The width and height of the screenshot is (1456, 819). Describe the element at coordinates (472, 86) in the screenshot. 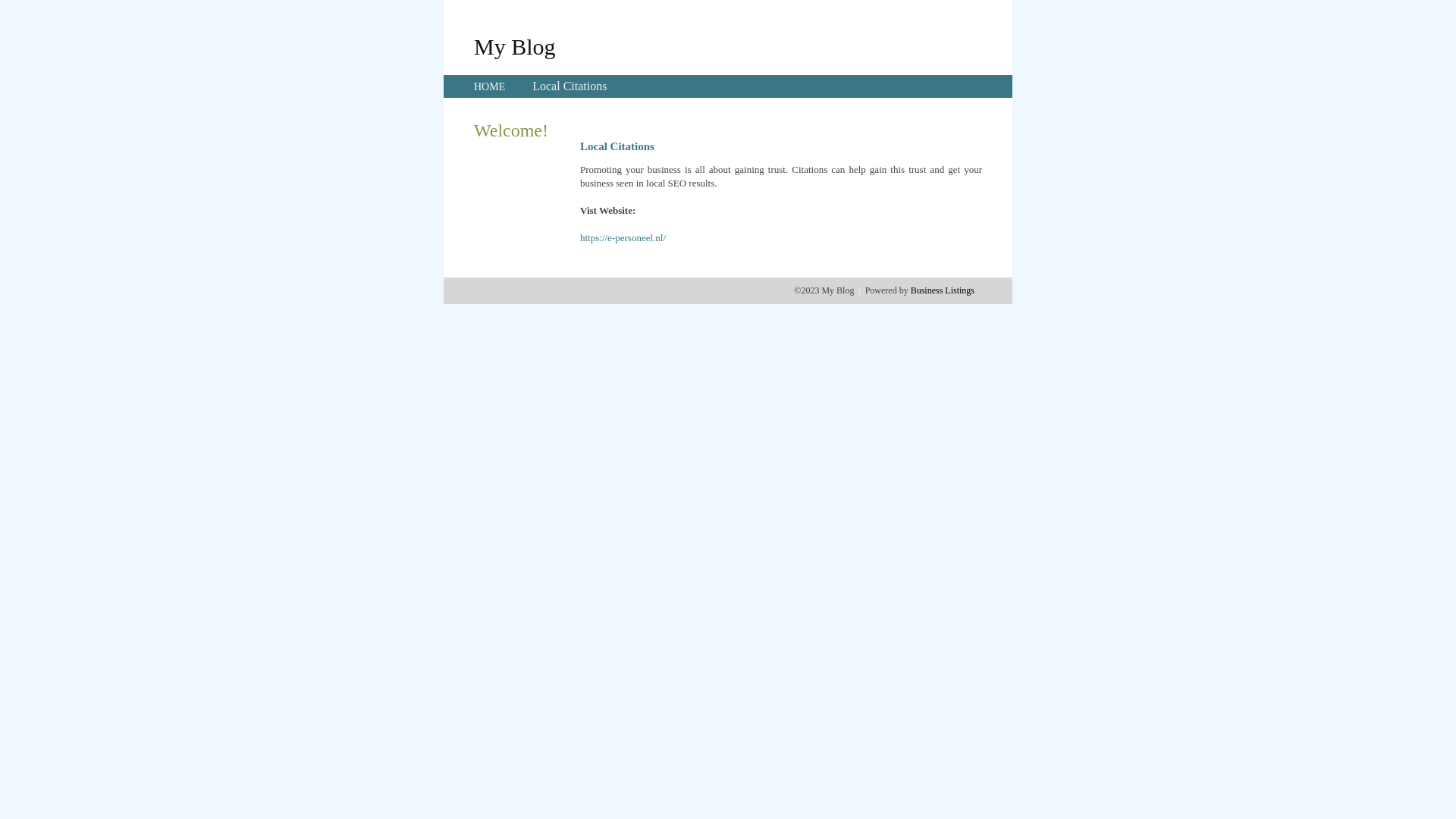

I see `'HOME'` at that location.